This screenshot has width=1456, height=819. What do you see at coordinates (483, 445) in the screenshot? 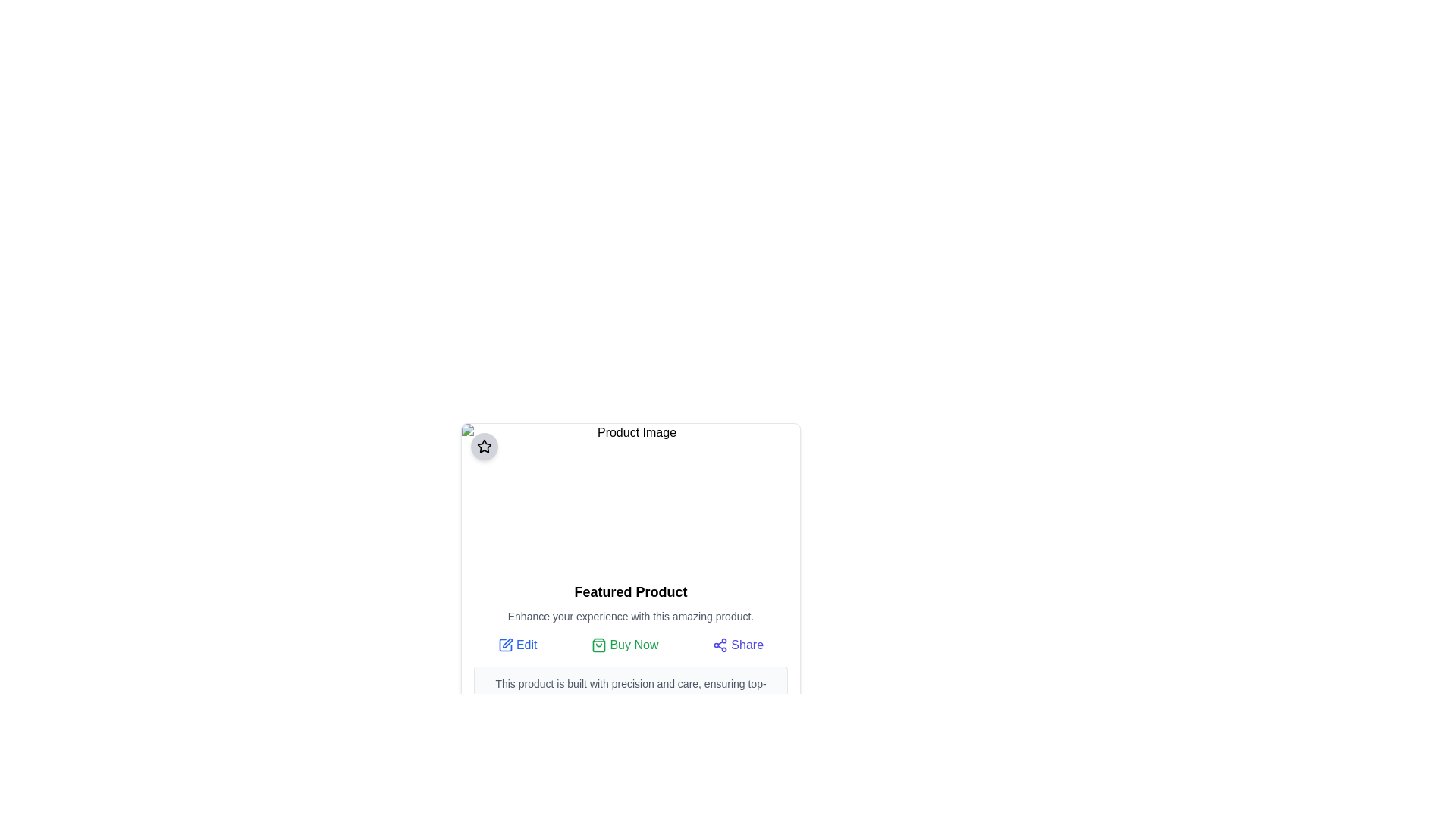
I see `the star icon that indicates a star rating, located at the top-center of the interface's content` at bounding box center [483, 445].